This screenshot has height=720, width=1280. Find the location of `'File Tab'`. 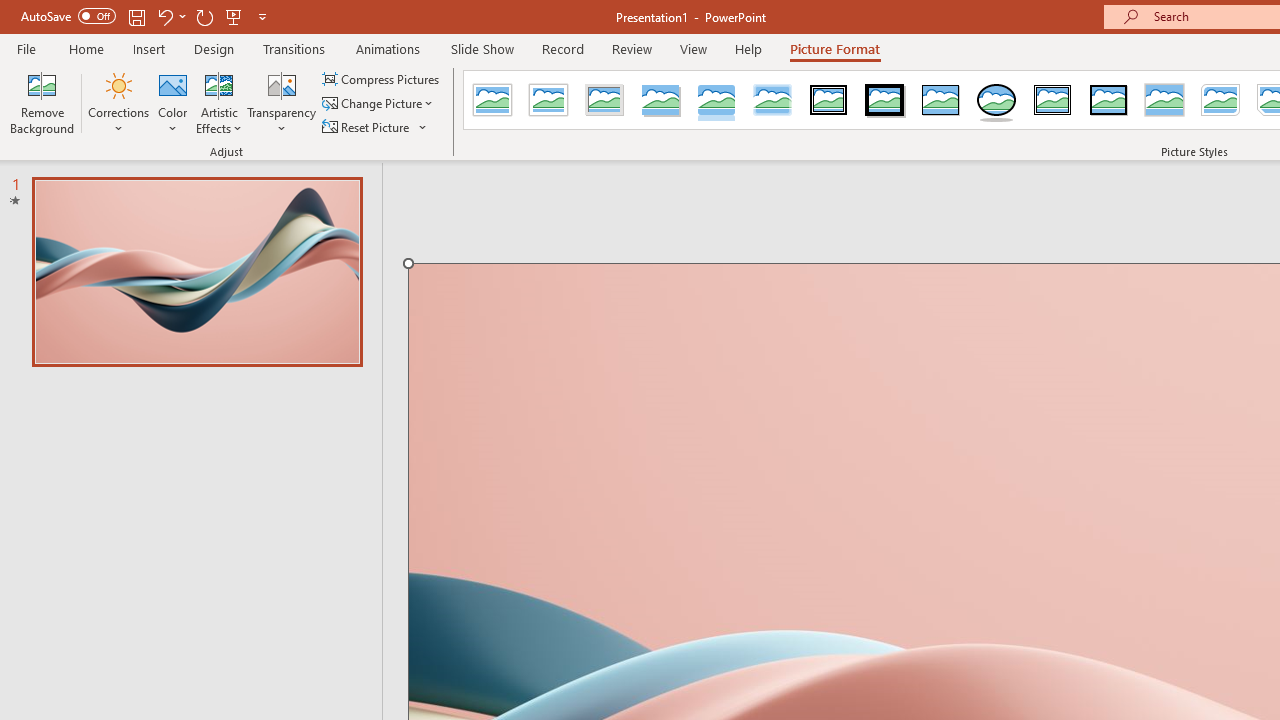

'File Tab' is located at coordinates (26, 47).